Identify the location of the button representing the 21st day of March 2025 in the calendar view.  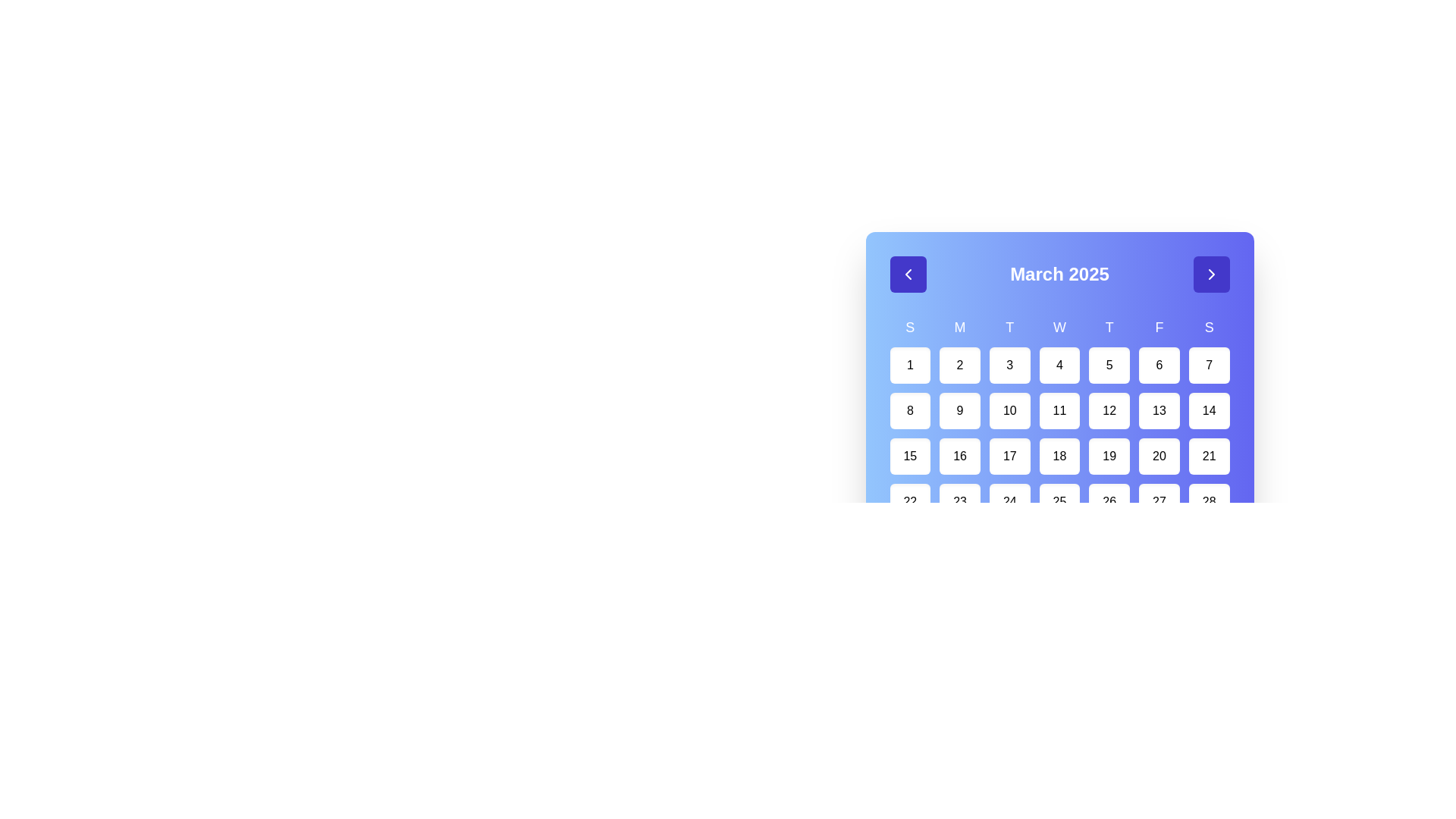
(1208, 455).